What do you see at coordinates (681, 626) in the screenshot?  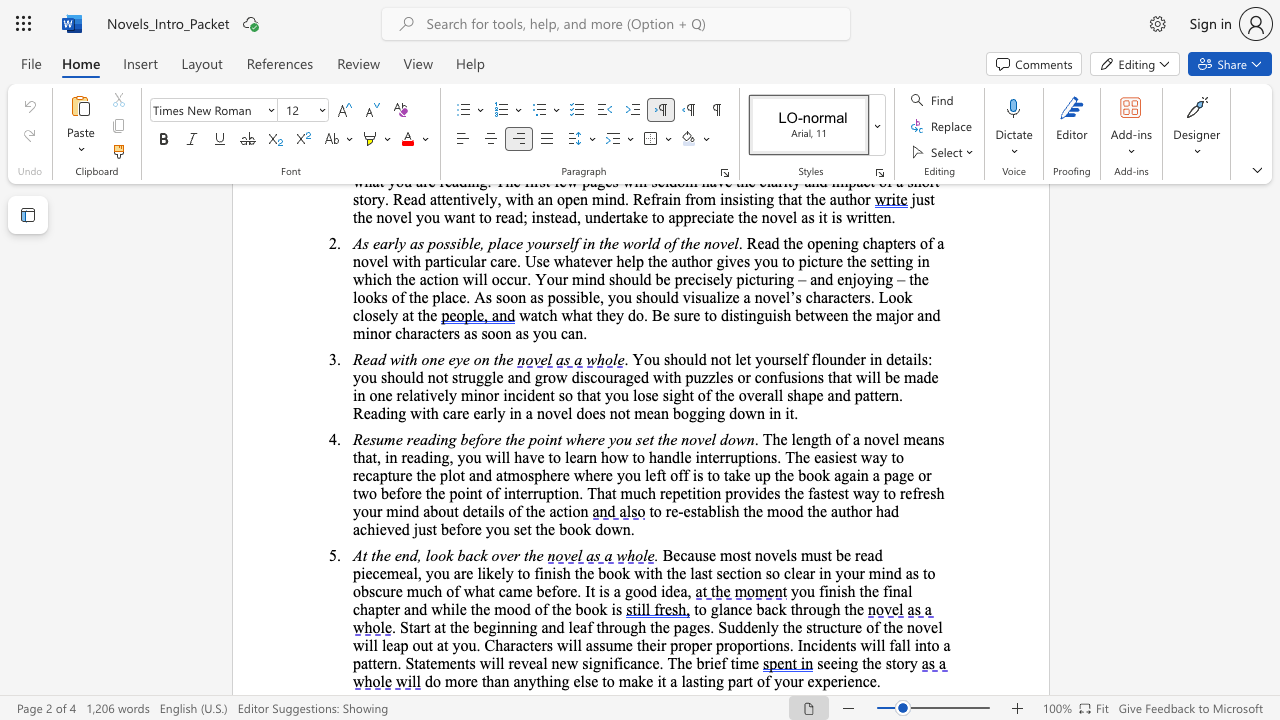 I see `the subset text "ages. Suddenly the structure of the novel will leap out at you. Charac" within the text ". Start at the beginning and leaf through the pages. Suddenly the structure of the novel will leap out at you. Characters will assume their proper proportions. Incidents will fall into a pattern. Statements will reveal new significance. The brief time"` at bounding box center [681, 626].